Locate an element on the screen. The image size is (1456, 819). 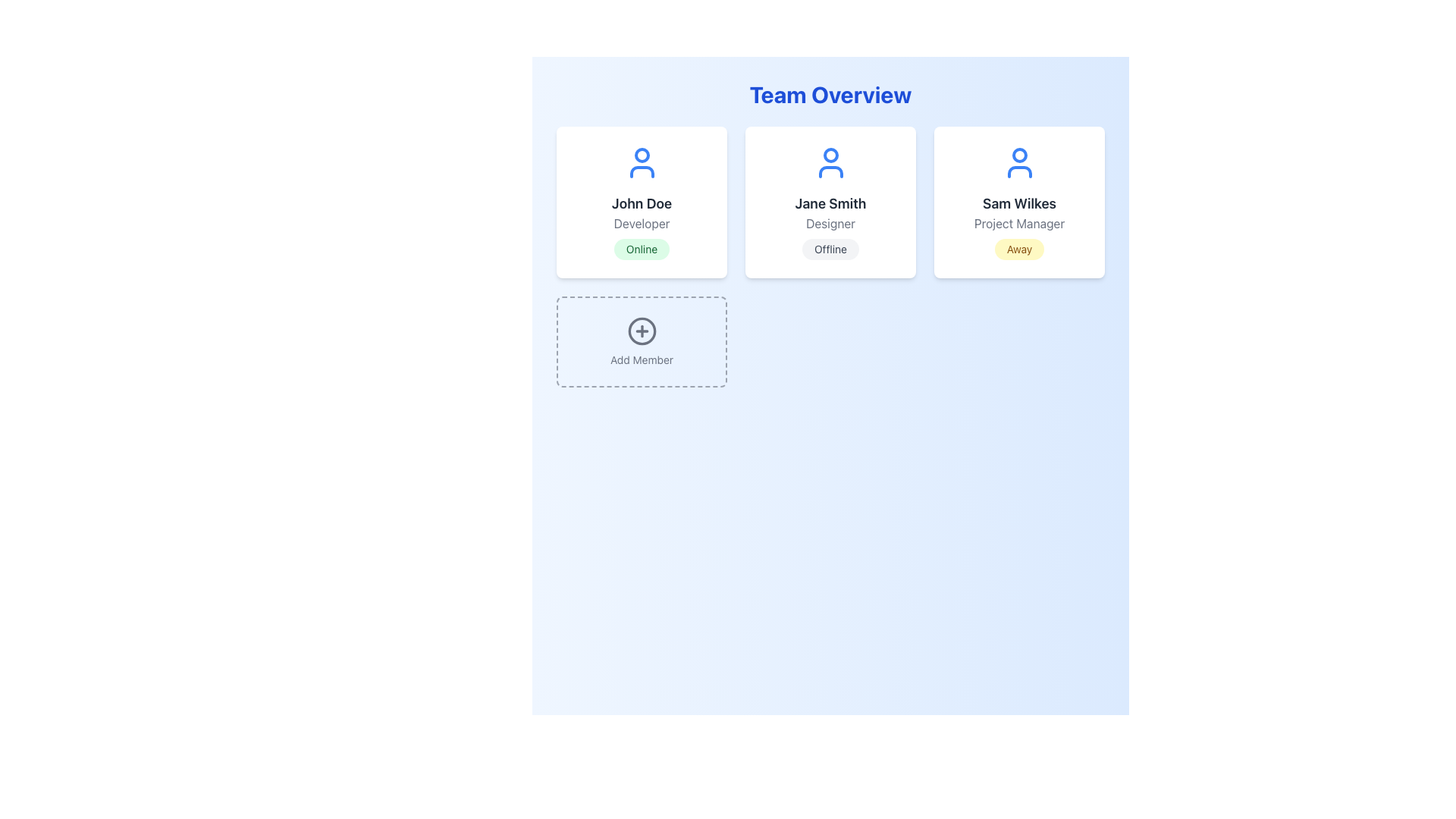
the circular icon button with a '+' sign in its center, located in the bottom-left quadrant of the main interface is located at coordinates (642, 330).